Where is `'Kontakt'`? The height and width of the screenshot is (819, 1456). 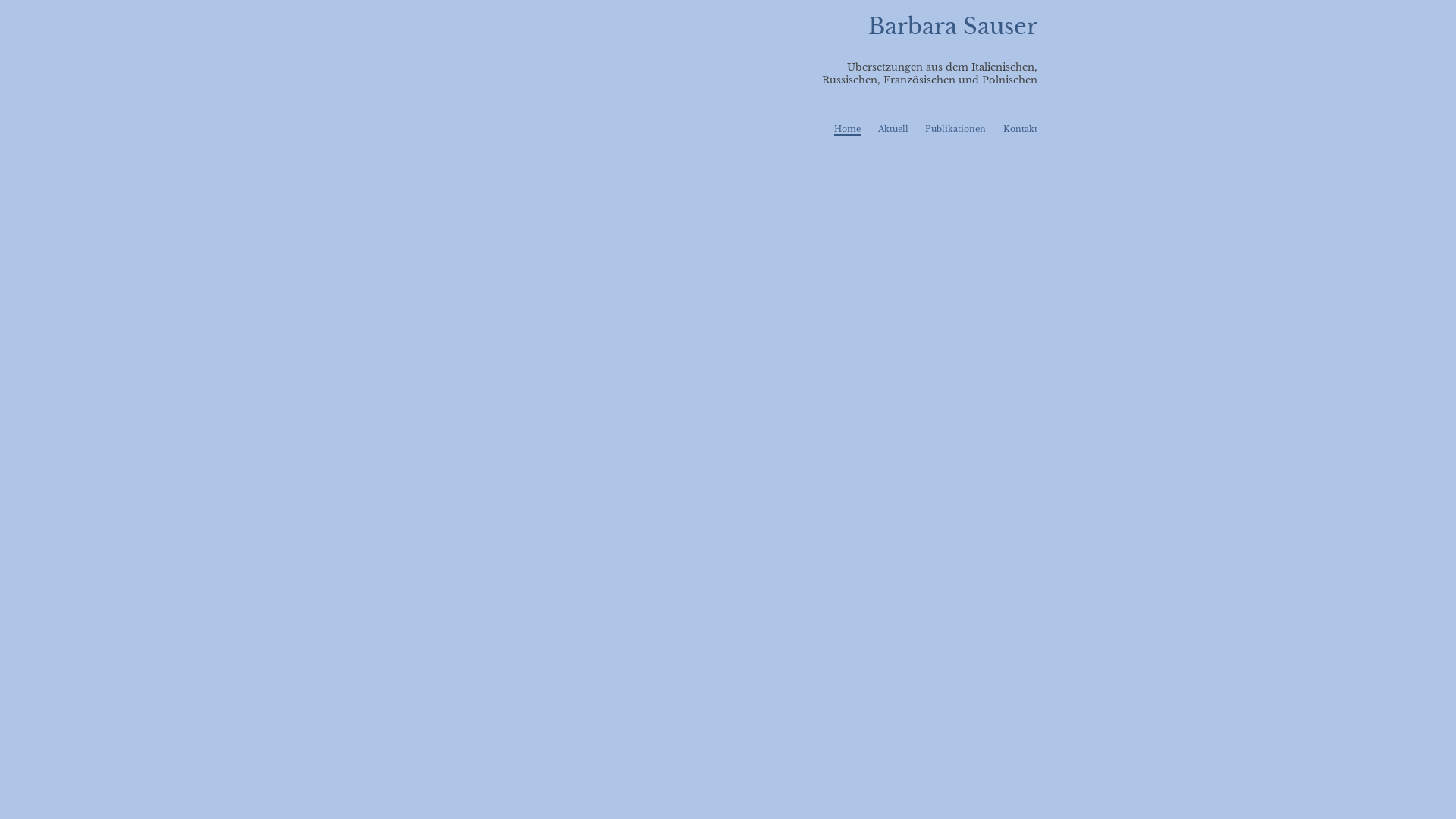
'Kontakt' is located at coordinates (1020, 127).